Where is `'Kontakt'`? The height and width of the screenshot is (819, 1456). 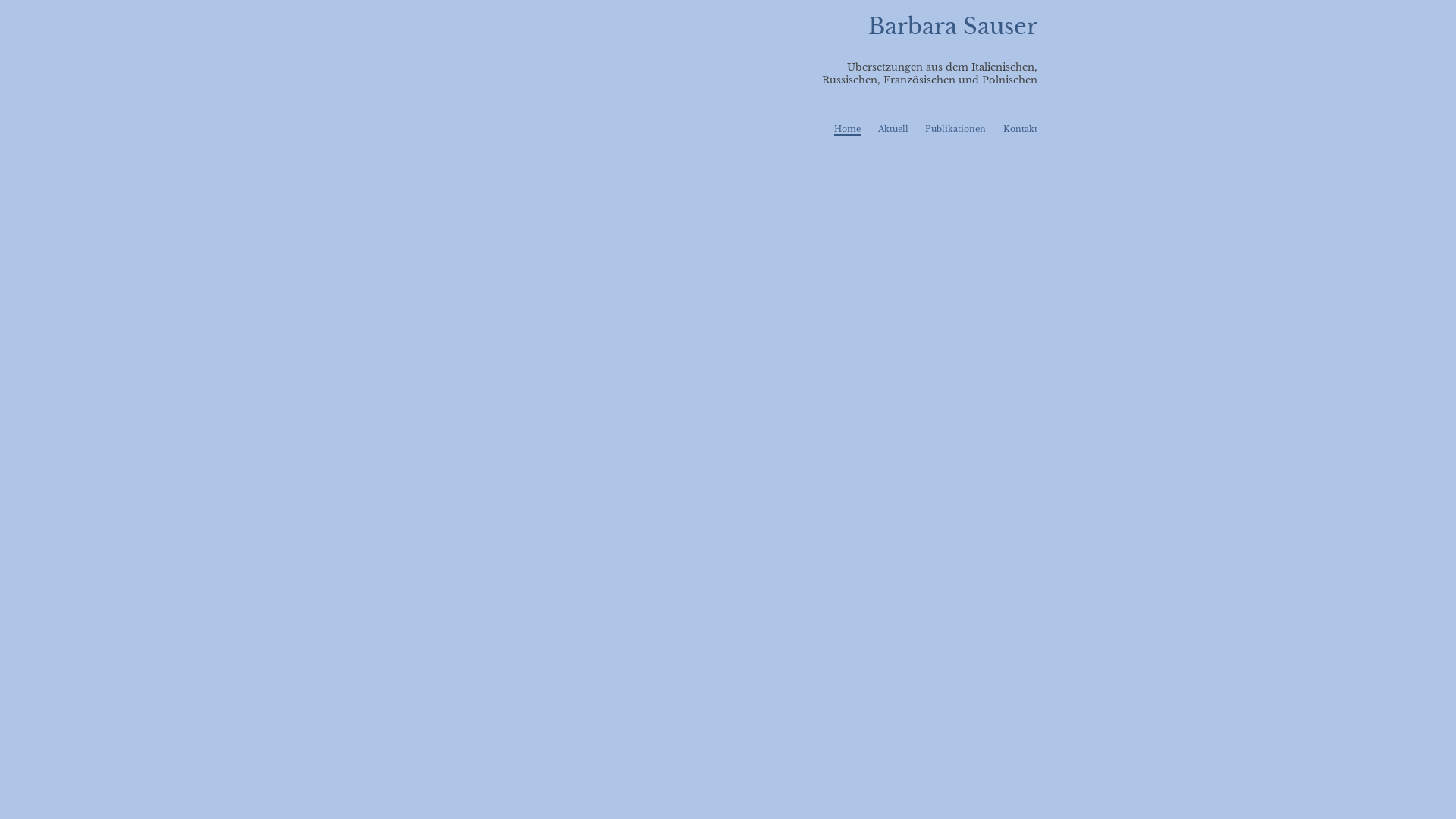
'Kontakt' is located at coordinates (1020, 127).